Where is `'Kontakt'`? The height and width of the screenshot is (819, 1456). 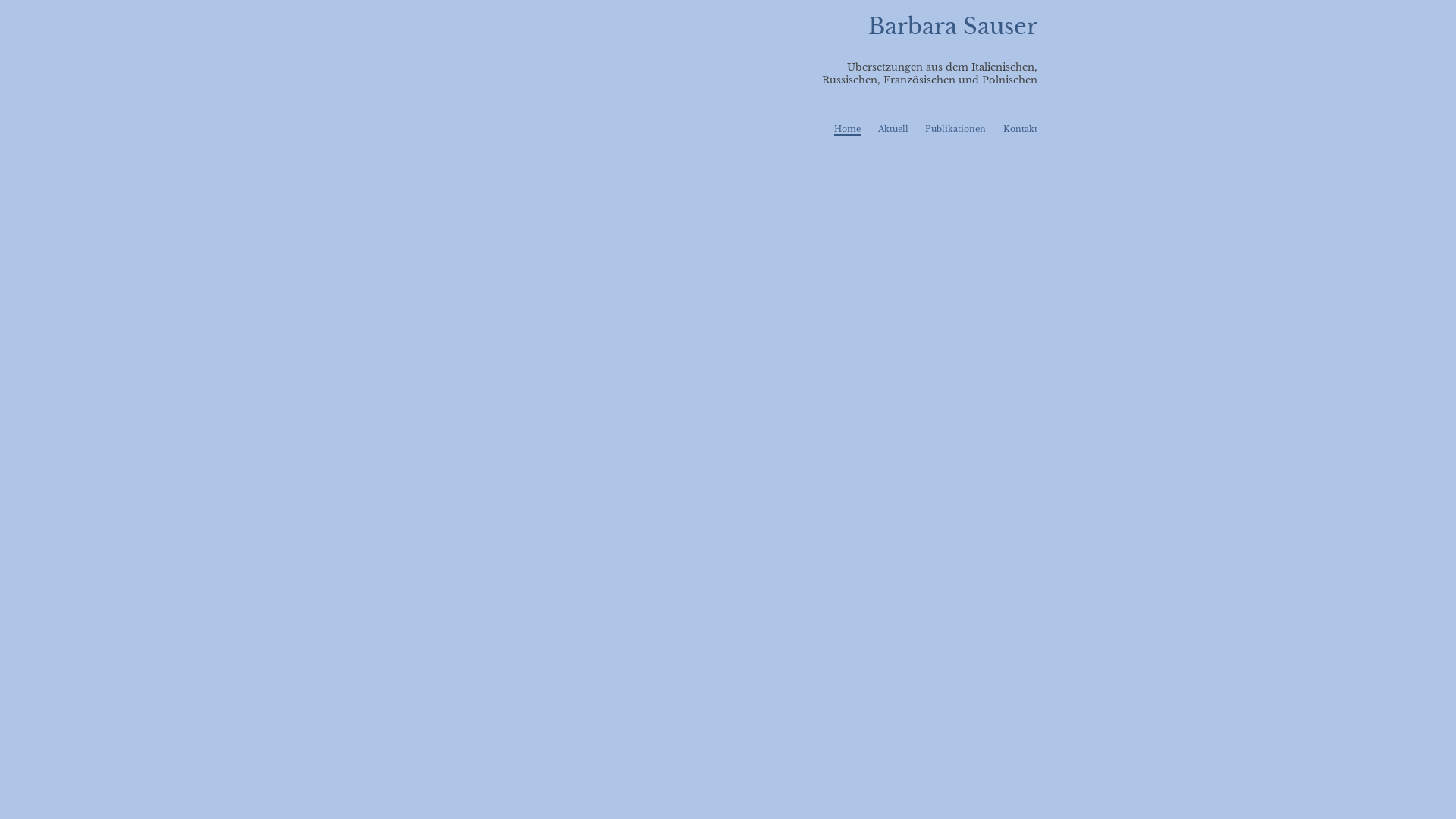
'Kontakt' is located at coordinates (1020, 127).